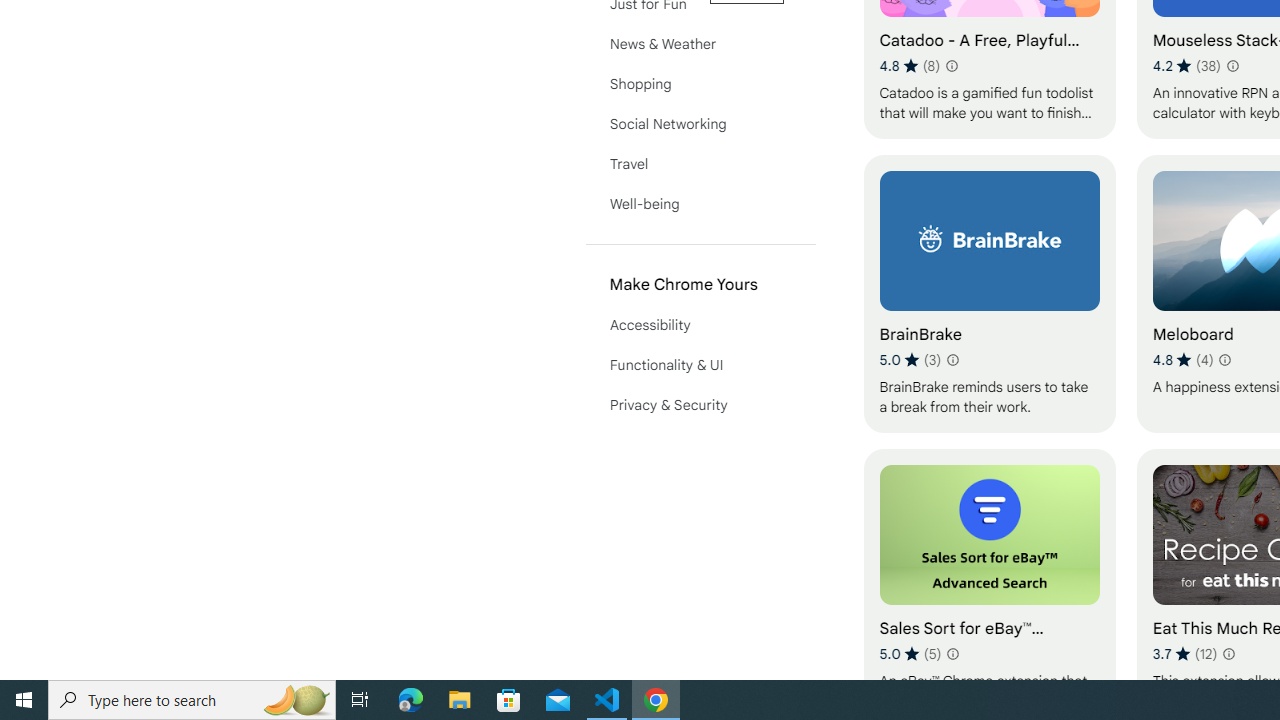  What do you see at coordinates (989, 293) in the screenshot?
I see `'BrainBrake'` at bounding box center [989, 293].